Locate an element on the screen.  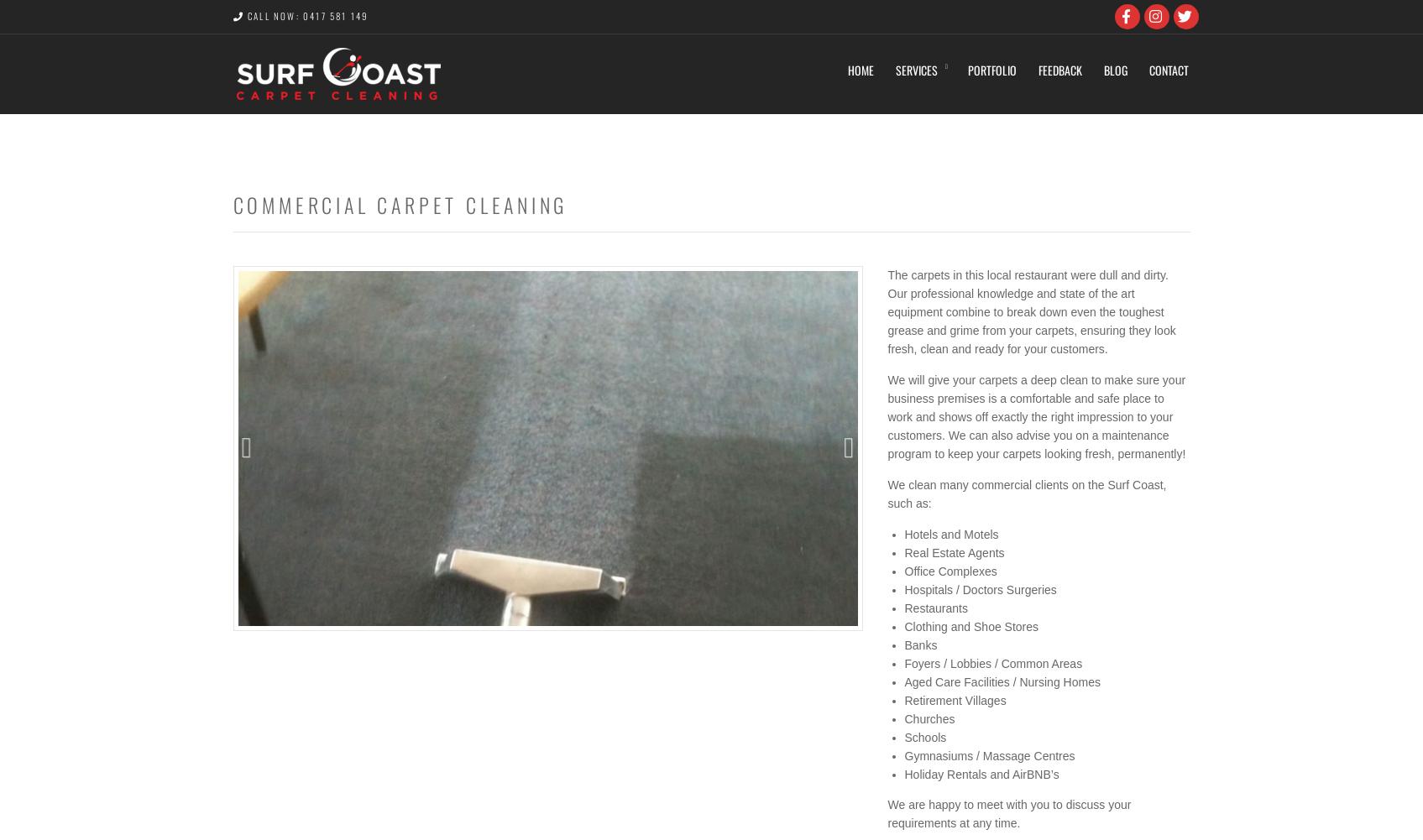
'Aged Care Facilities / Nursing Homes' is located at coordinates (904, 681).